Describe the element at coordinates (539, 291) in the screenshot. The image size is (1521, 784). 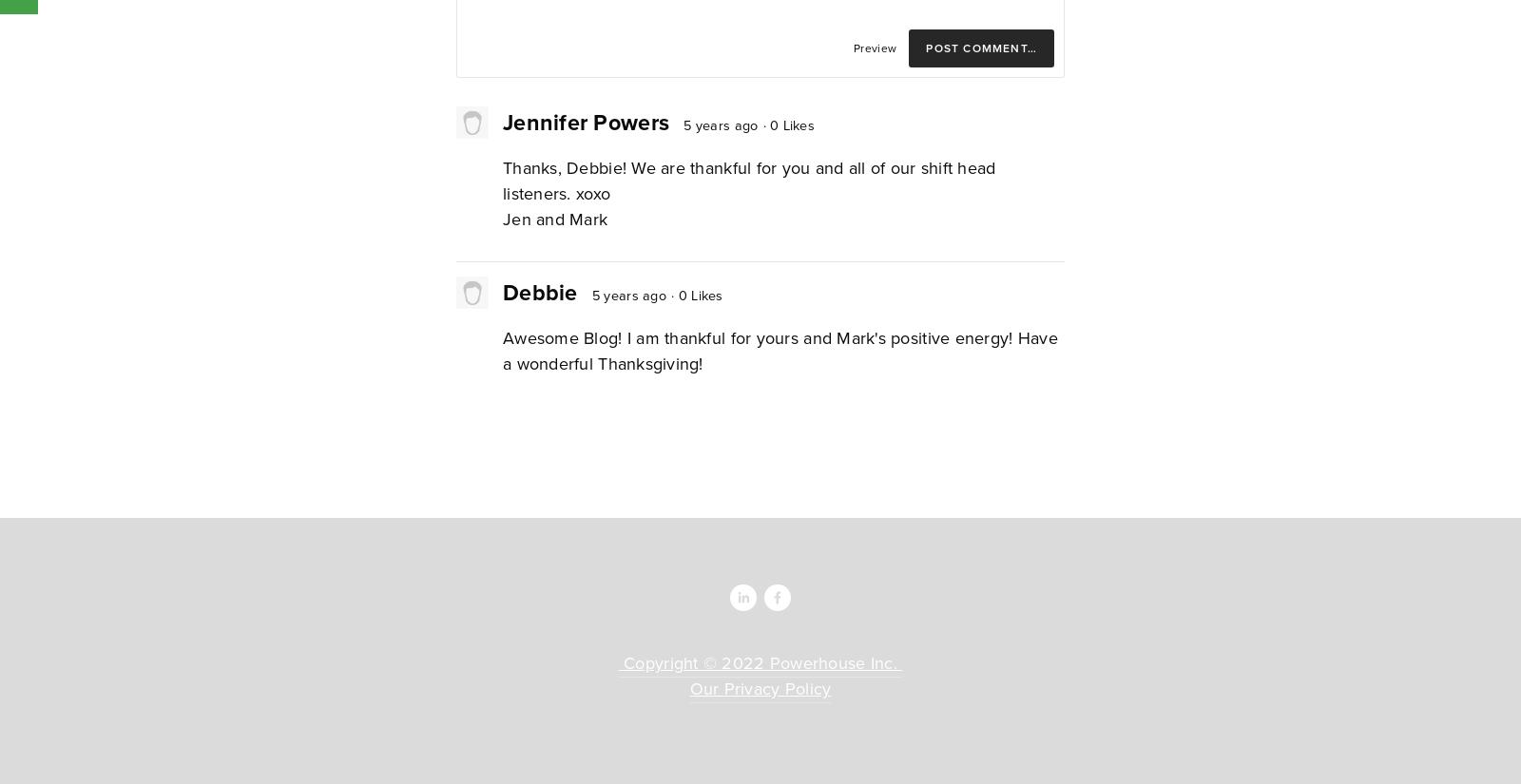
I see `'Debbie'` at that location.